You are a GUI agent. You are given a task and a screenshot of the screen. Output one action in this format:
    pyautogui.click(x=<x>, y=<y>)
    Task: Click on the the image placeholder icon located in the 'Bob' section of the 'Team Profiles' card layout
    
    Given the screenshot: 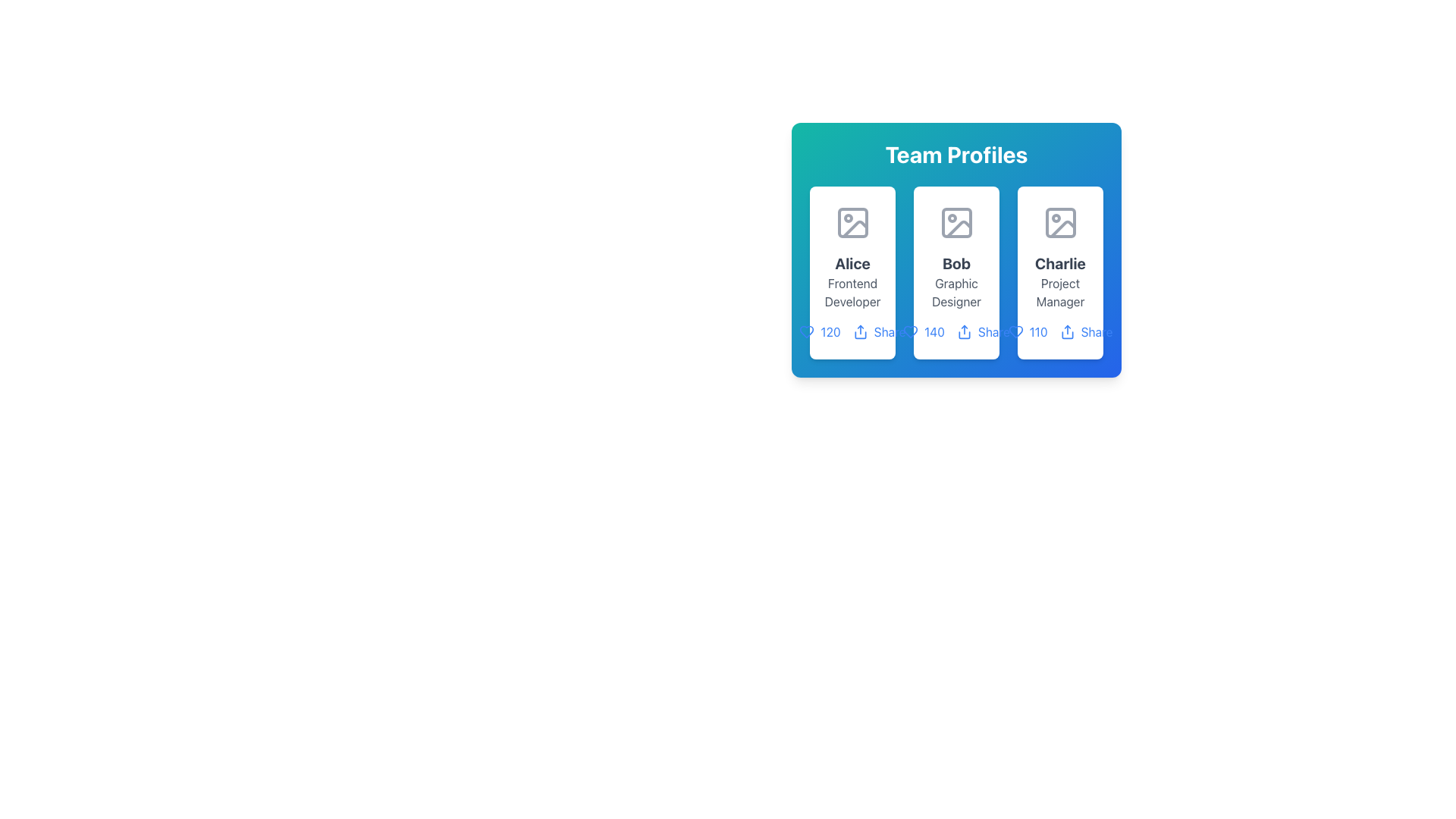 What is the action you would take?
    pyautogui.click(x=958, y=229)
    